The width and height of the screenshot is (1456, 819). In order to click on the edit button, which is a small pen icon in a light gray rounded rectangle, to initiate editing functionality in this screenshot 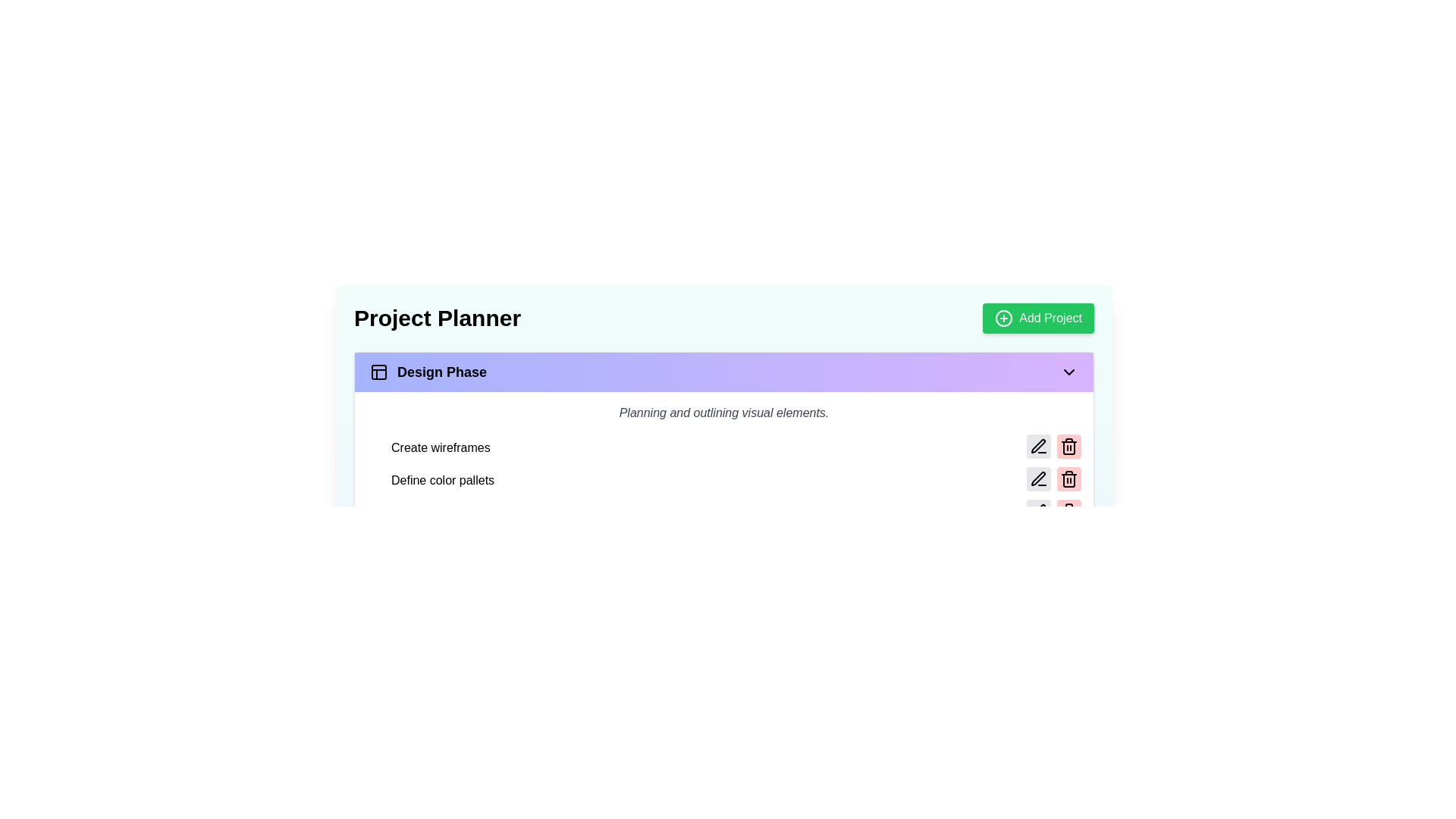, I will do `click(1037, 446)`.